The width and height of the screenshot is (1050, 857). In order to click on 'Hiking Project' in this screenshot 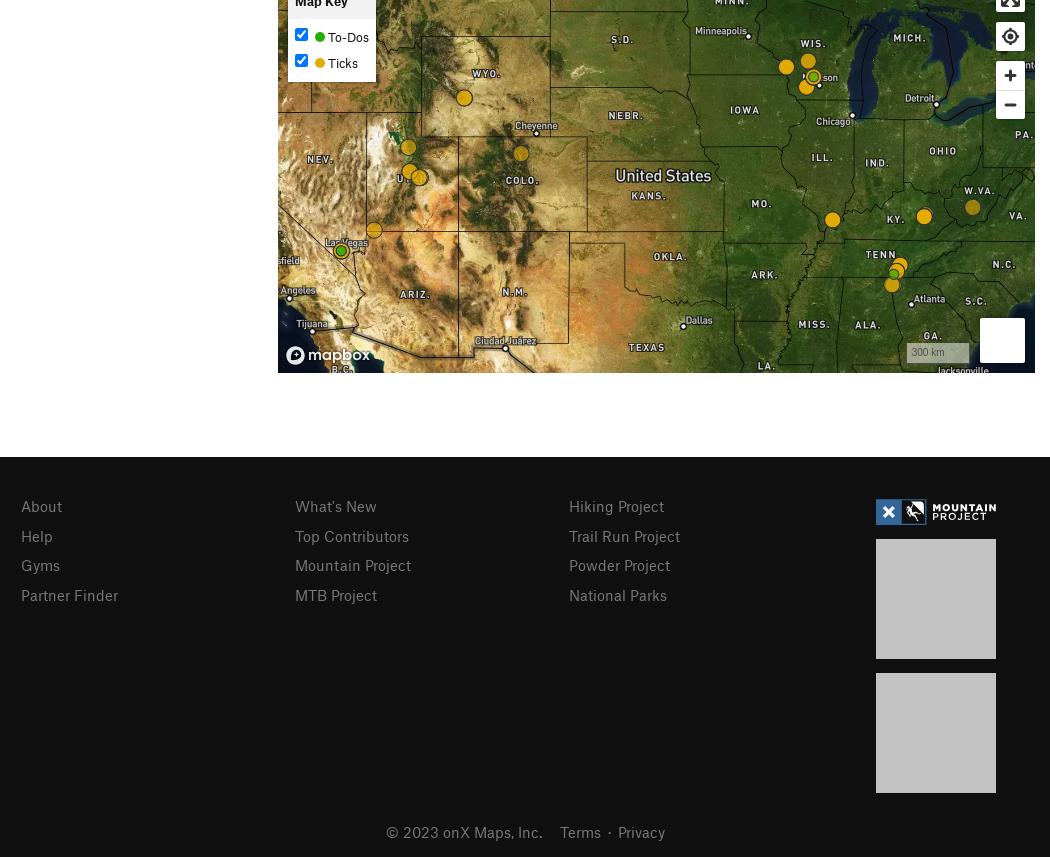, I will do `click(616, 505)`.